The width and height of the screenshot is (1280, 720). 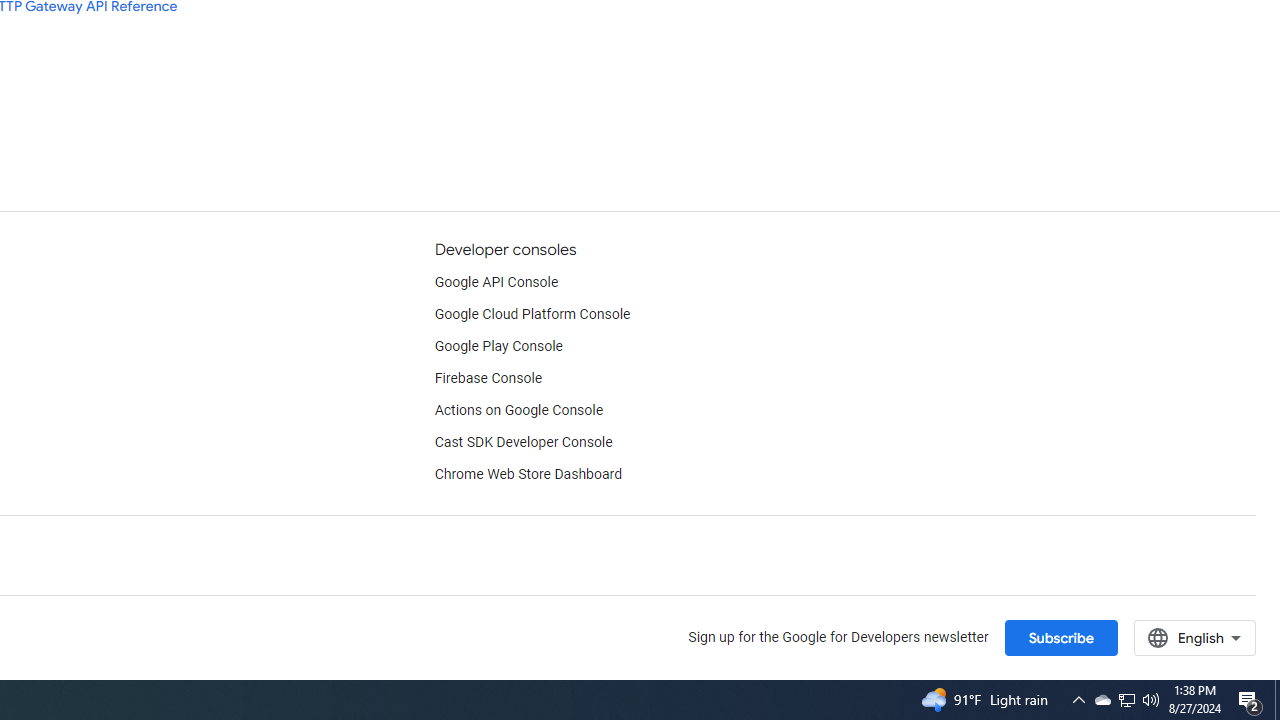 What do you see at coordinates (498, 346) in the screenshot?
I see `'Google Play Console'` at bounding box center [498, 346].